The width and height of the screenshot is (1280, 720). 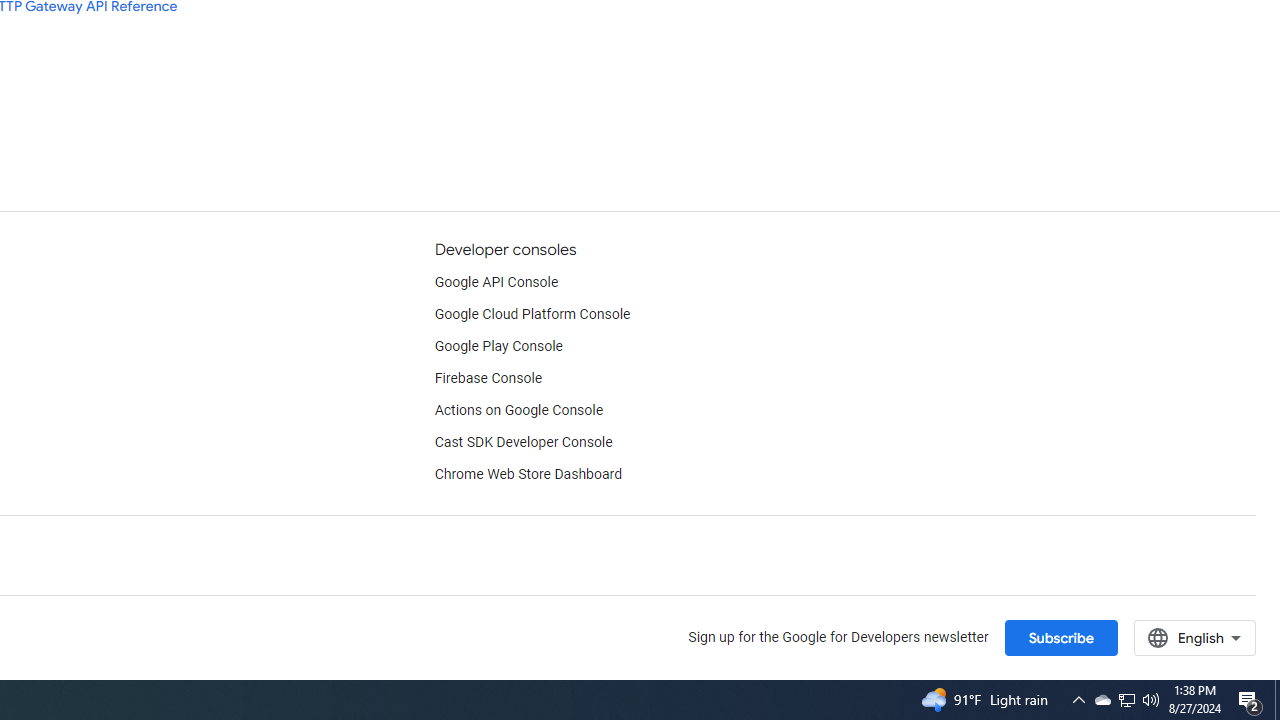 What do you see at coordinates (498, 346) in the screenshot?
I see `'Google Play Console'` at bounding box center [498, 346].